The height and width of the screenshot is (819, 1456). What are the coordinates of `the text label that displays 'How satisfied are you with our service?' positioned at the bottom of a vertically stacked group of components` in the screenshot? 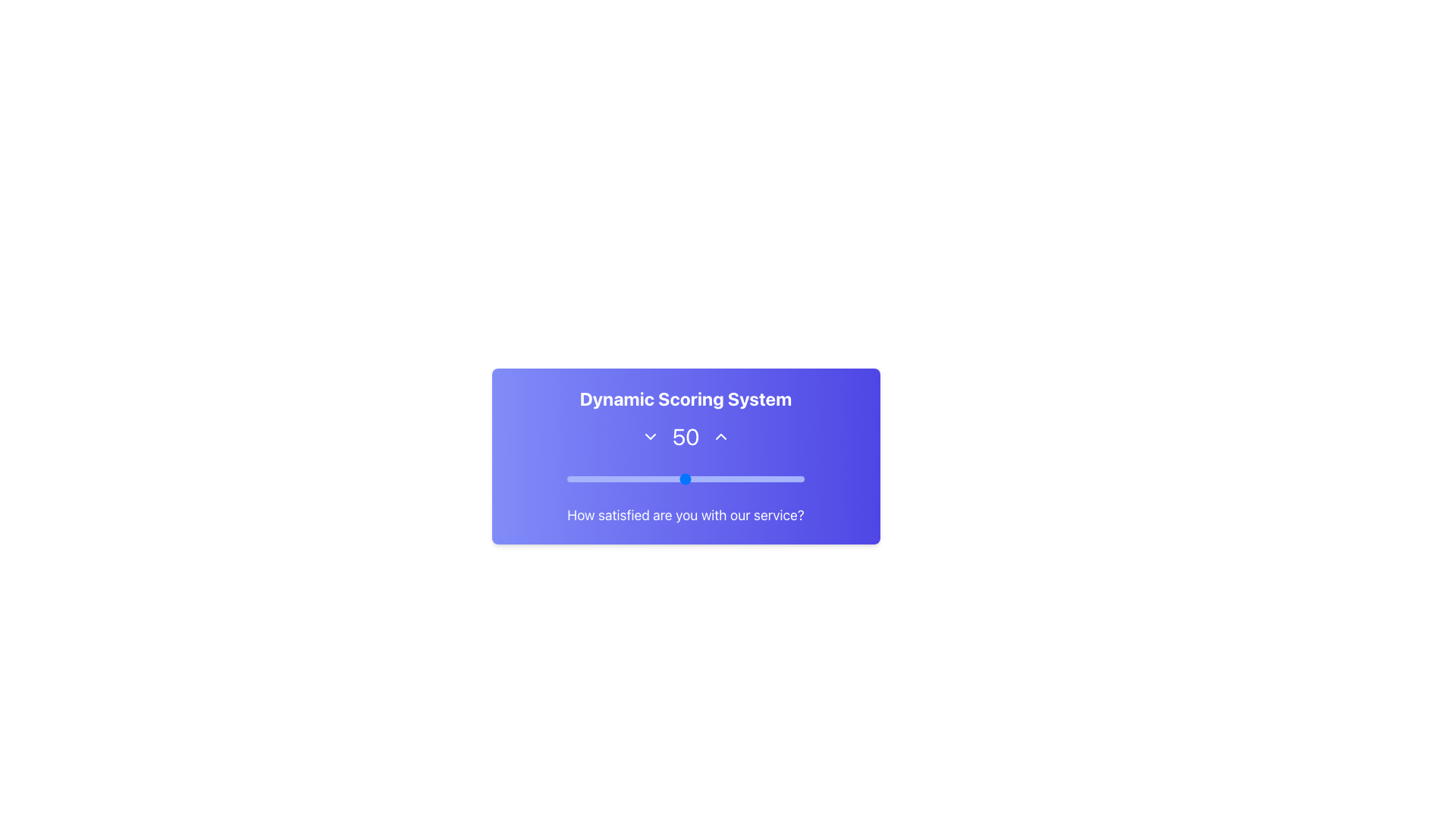 It's located at (685, 514).